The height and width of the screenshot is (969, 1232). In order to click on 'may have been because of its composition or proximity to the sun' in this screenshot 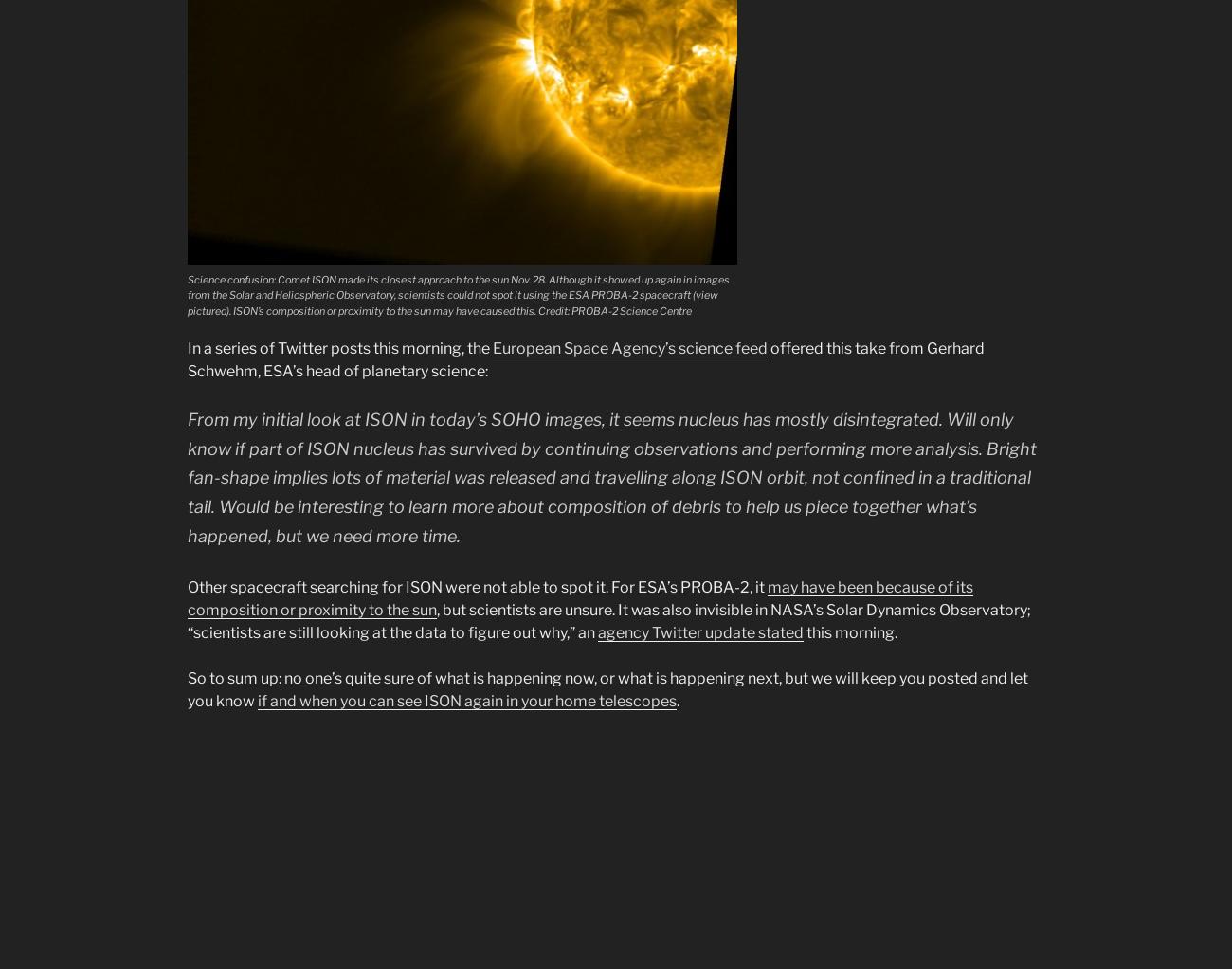, I will do `click(580, 598)`.